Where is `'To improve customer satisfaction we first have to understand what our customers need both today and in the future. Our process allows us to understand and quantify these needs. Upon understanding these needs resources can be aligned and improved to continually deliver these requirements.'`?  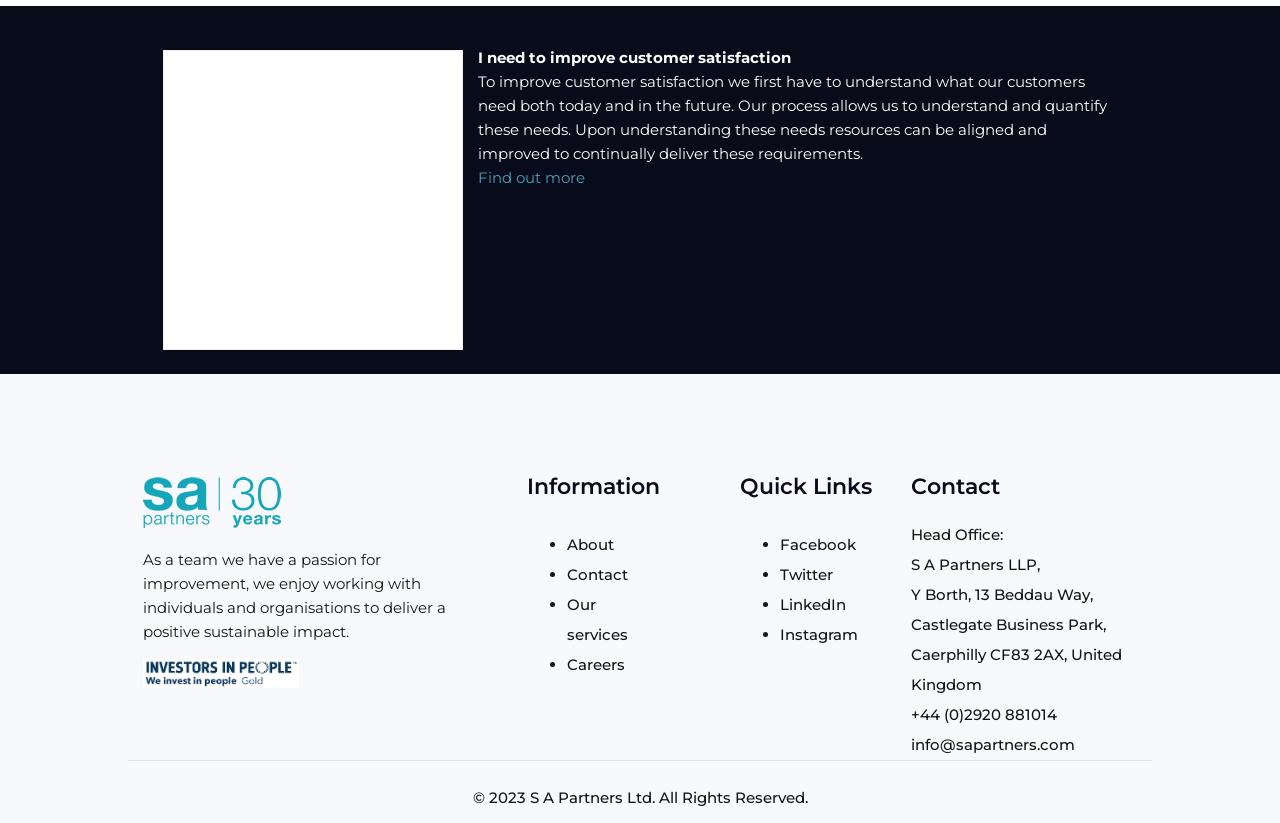 'To improve customer satisfaction we first have to understand what our customers need both today and in the future. Our process allows us to understand and quantify these needs. Upon understanding these needs resources can be aligned and improved to continually deliver these requirements.' is located at coordinates (791, 117).